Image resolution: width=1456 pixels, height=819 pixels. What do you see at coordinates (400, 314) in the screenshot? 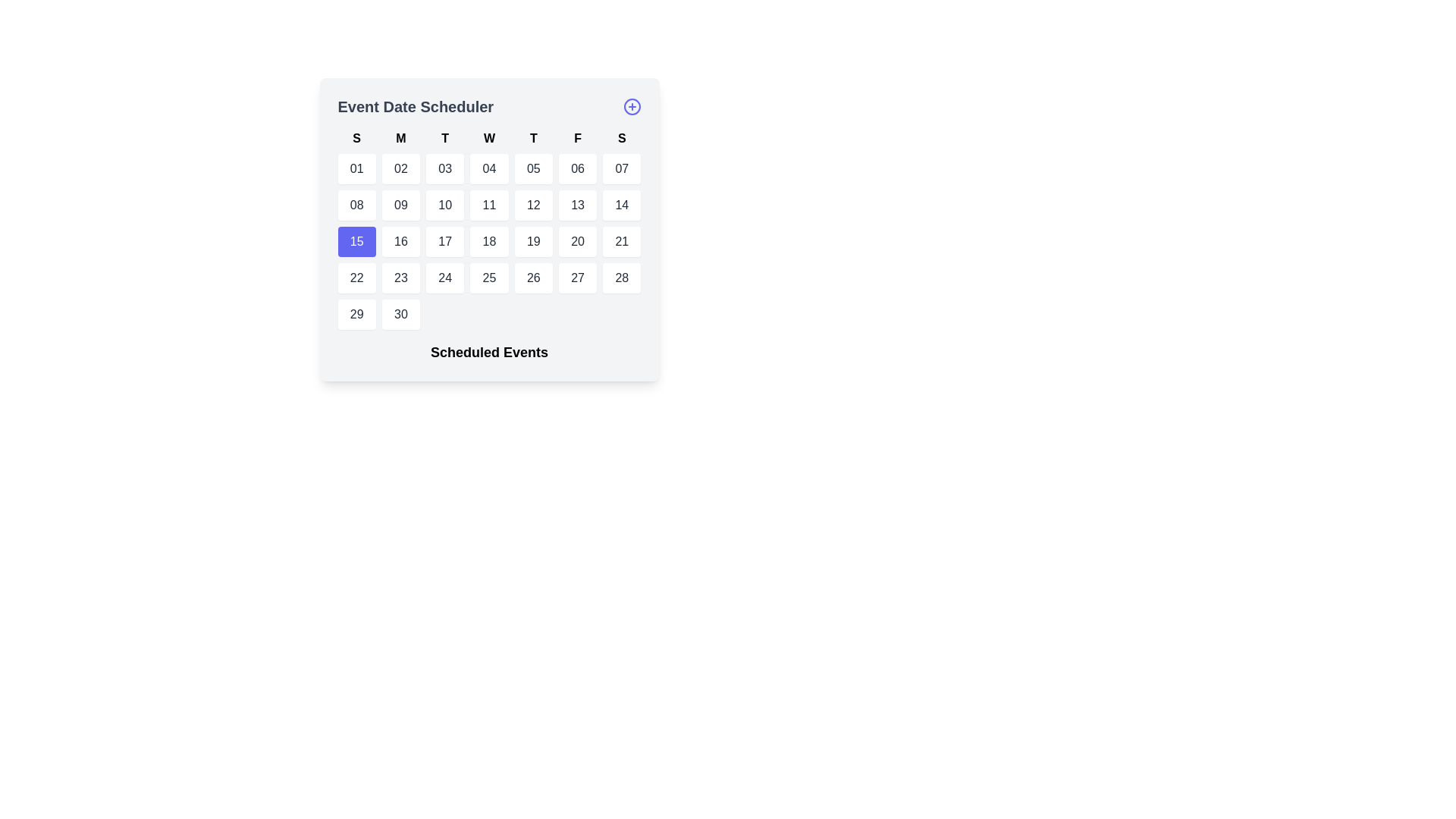
I see `the date '30' button` at bounding box center [400, 314].